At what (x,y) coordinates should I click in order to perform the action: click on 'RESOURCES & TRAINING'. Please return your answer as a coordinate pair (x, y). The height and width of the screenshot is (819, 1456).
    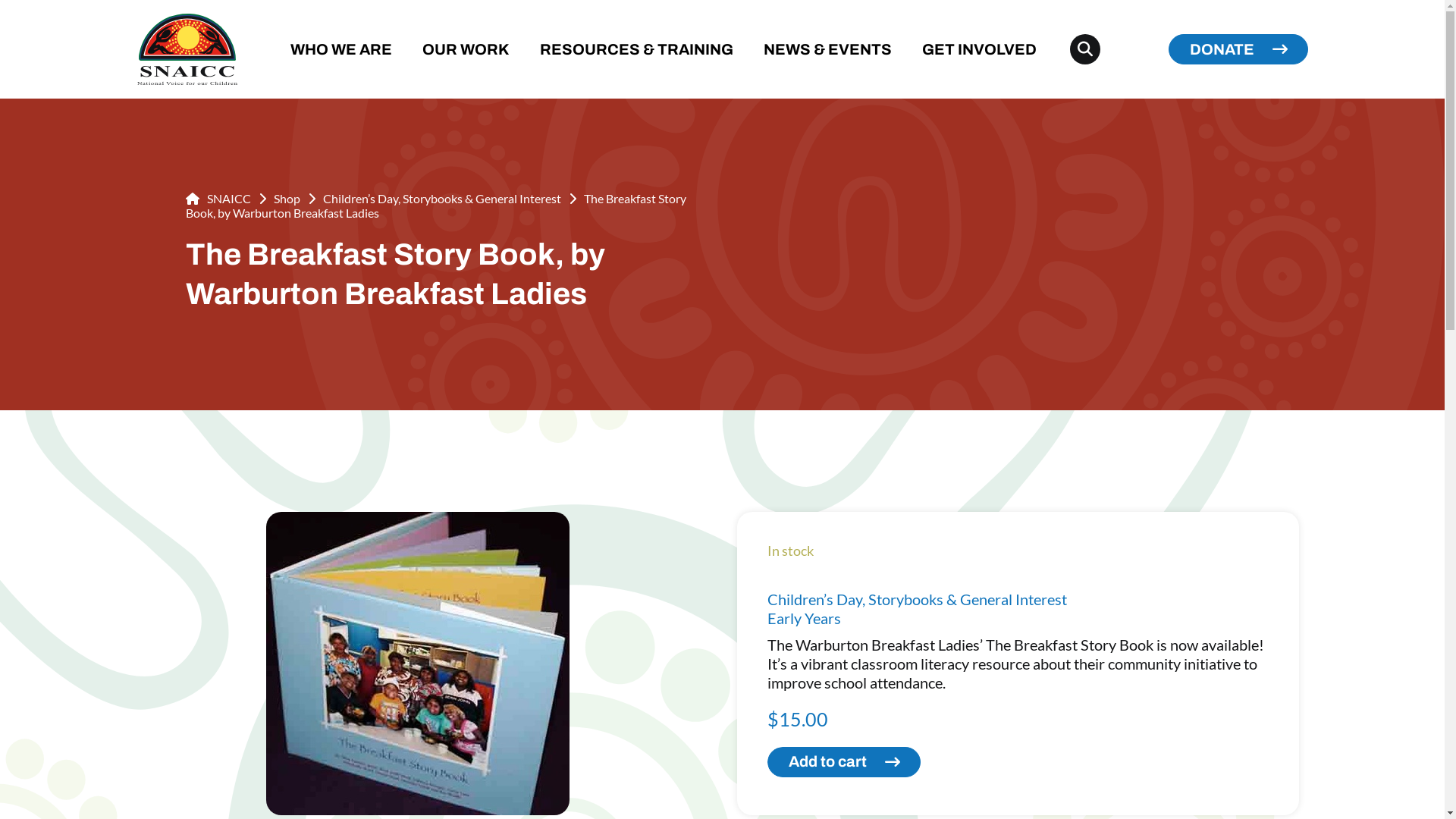
    Looking at the image, I should click on (636, 49).